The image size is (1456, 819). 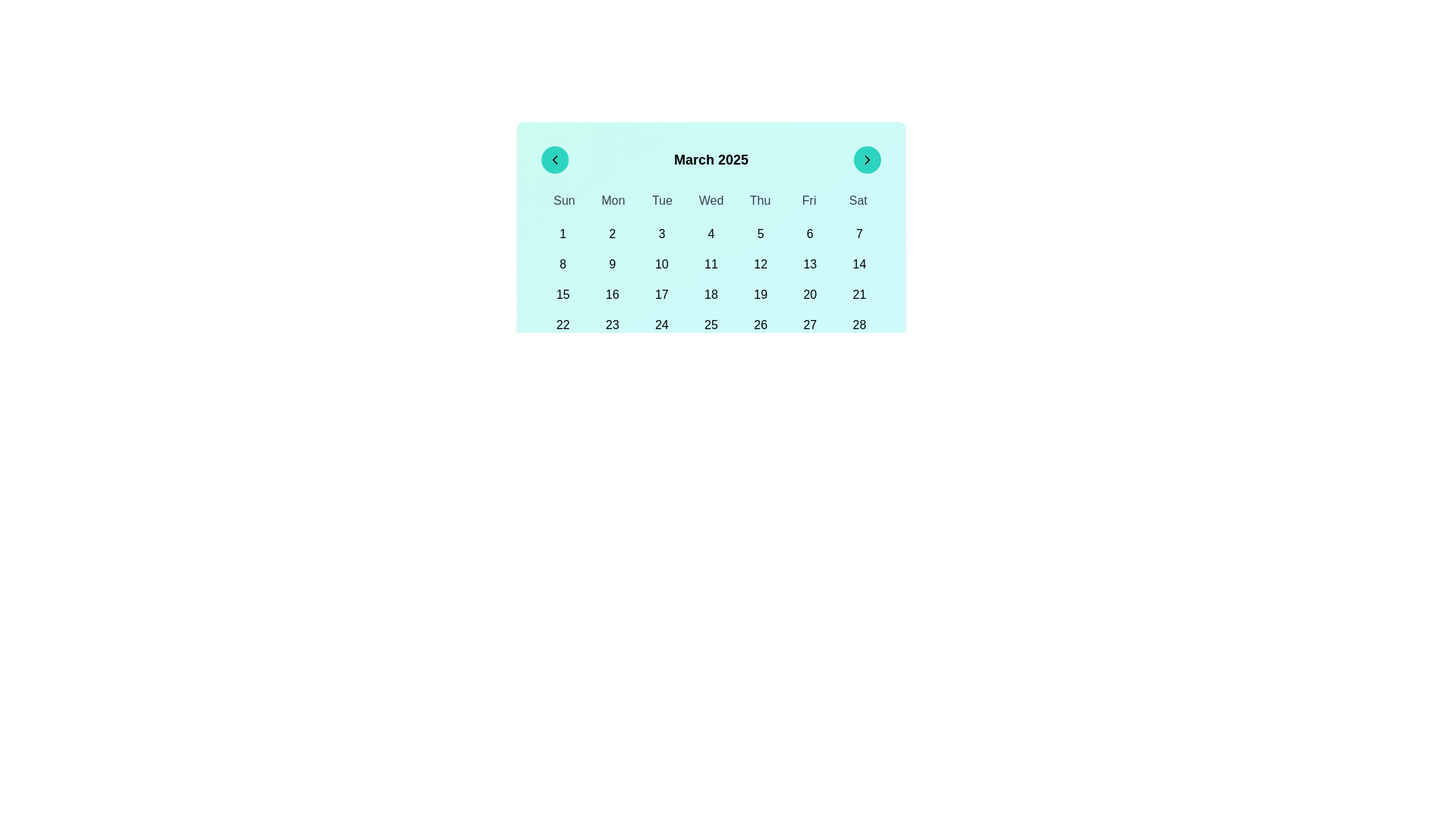 What do you see at coordinates (554, 160) in the screenshot?
I see `the button that allows the user to navigate to the previous month in the calendar view, located at the top-left corner next to the text 'March 2025'` at bounding box center [554, 160].